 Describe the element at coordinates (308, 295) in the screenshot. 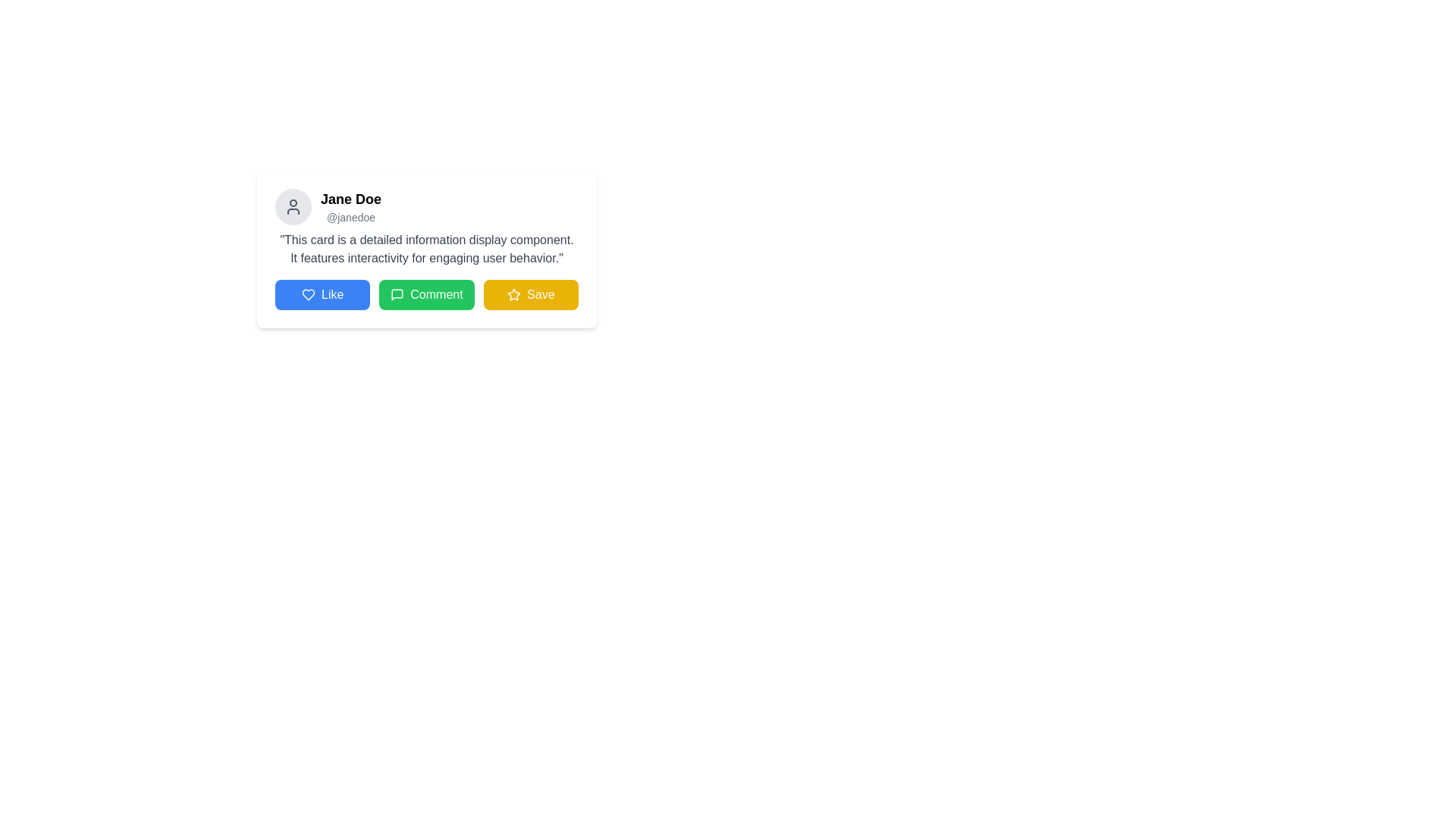

I see `the heart-shaped icon outlined in blue within the 'Like' button` at that location.